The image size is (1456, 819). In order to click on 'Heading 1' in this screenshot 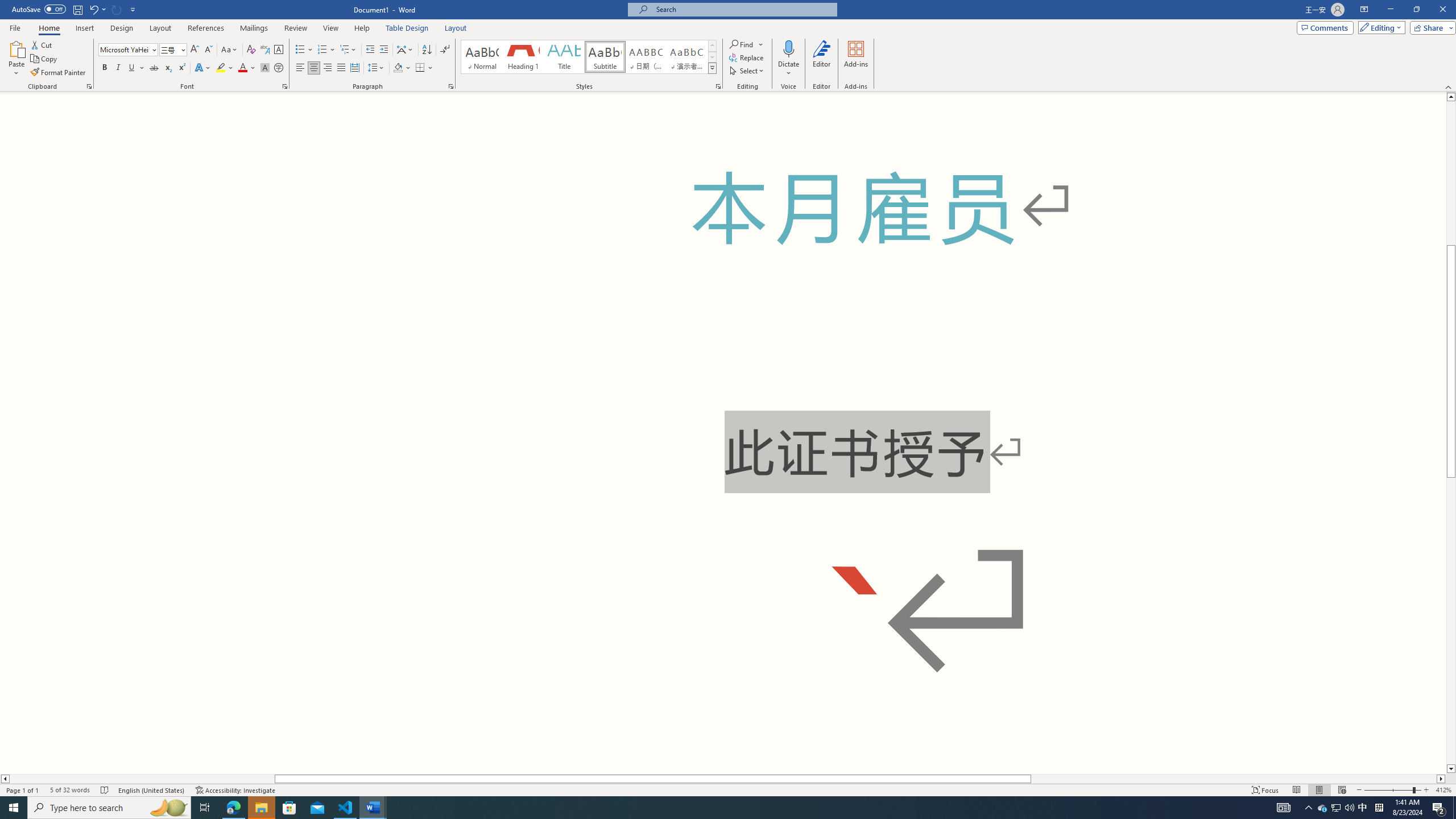, I will do `click(522, 56)`.